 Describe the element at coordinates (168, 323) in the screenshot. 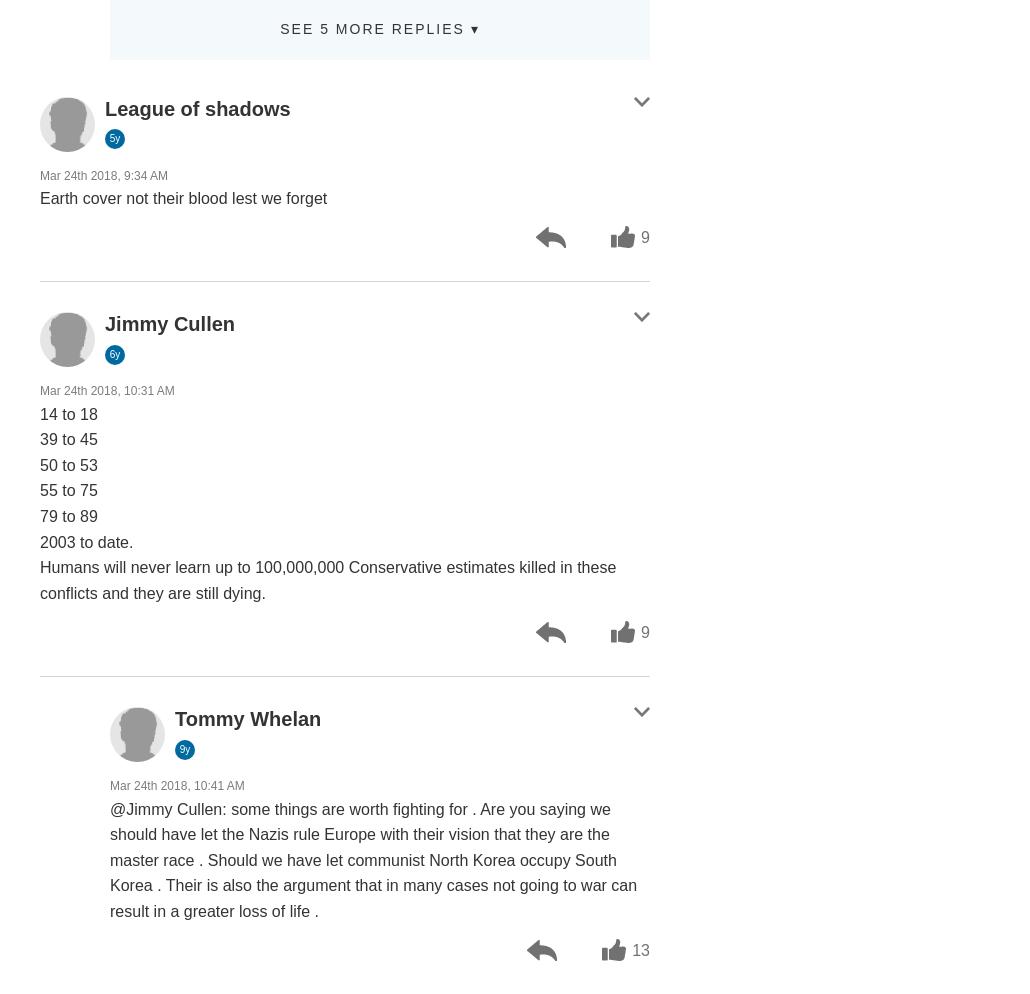

I see `'Jimmy Cullen'` at that location.